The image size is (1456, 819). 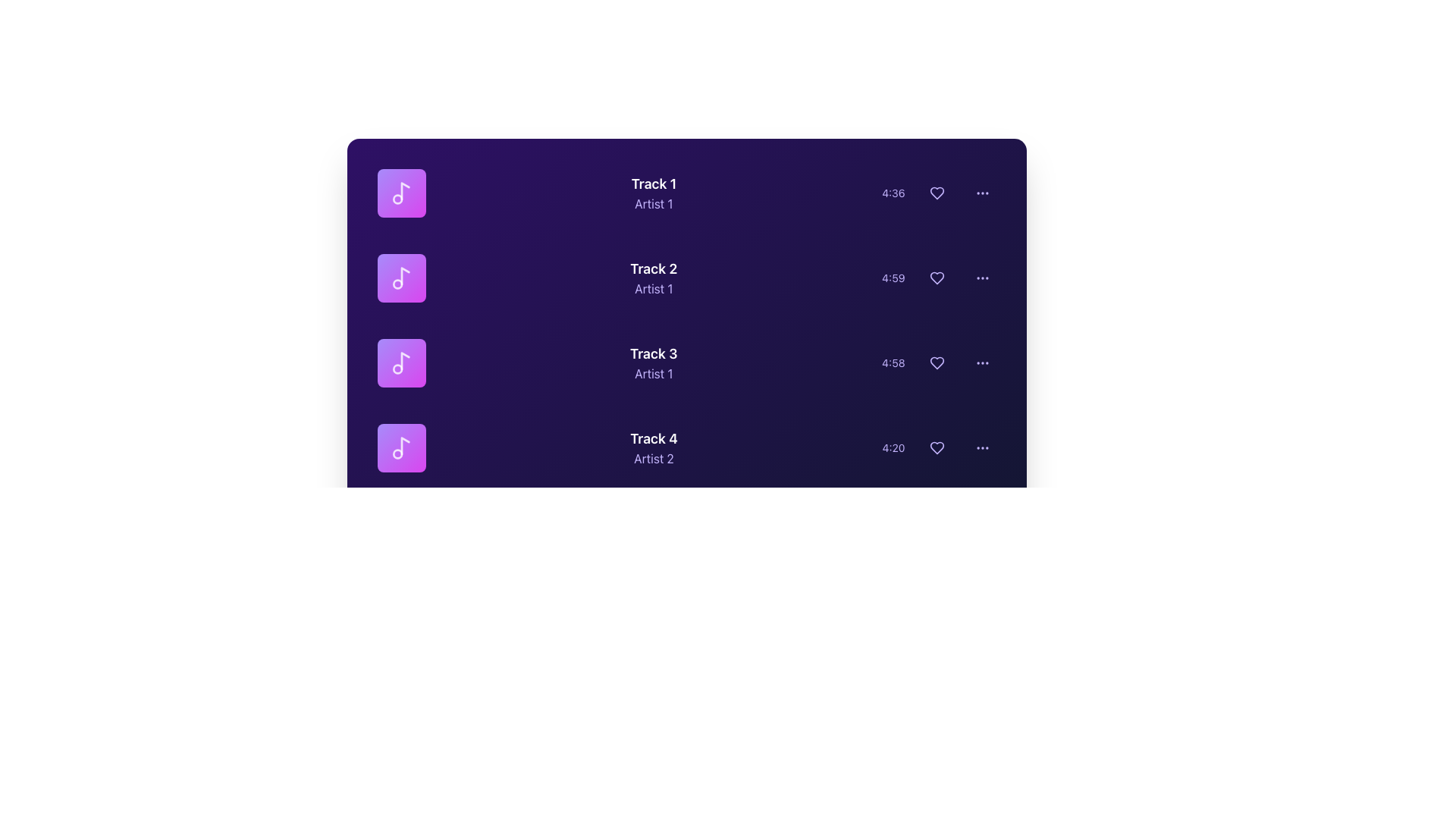 I want to click on the text element displaying 'Artist 1', which is in violet color and positioned directly below the 'Track 1' title, so click(x=654, y=203).